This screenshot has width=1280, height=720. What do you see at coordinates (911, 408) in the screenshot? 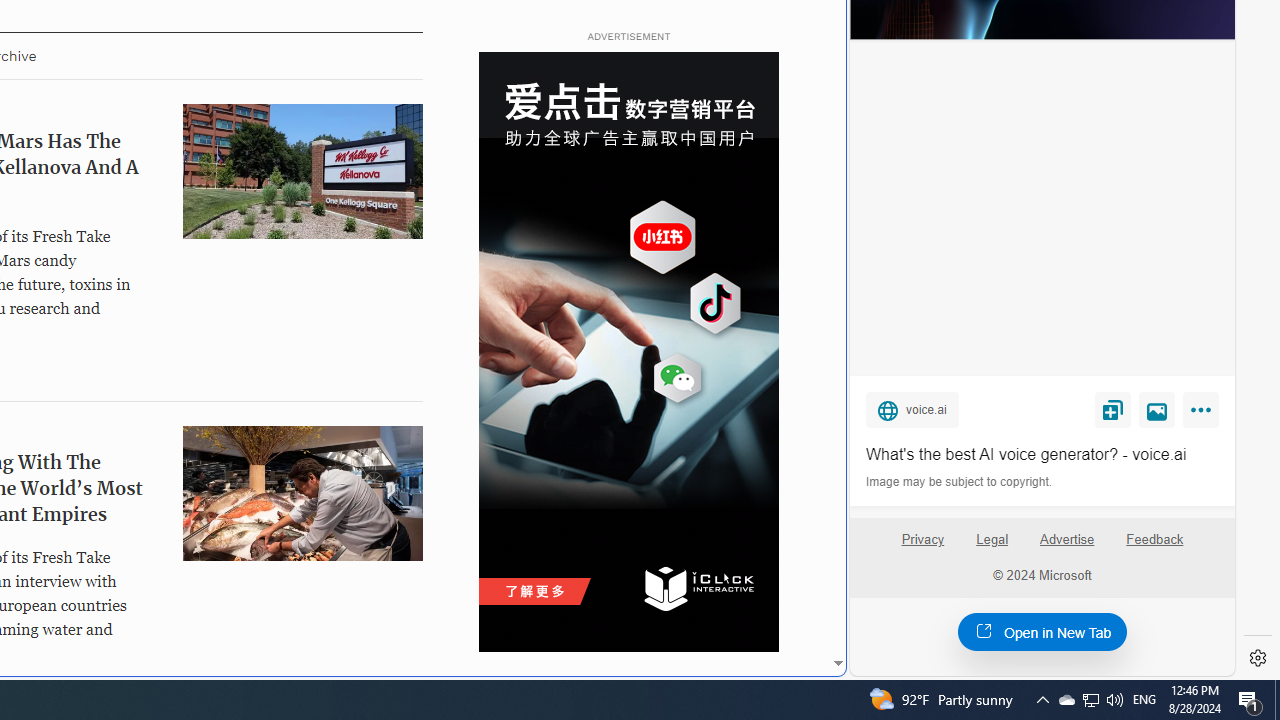
I see `'voice.ai'` at bounding box center [911, 408].